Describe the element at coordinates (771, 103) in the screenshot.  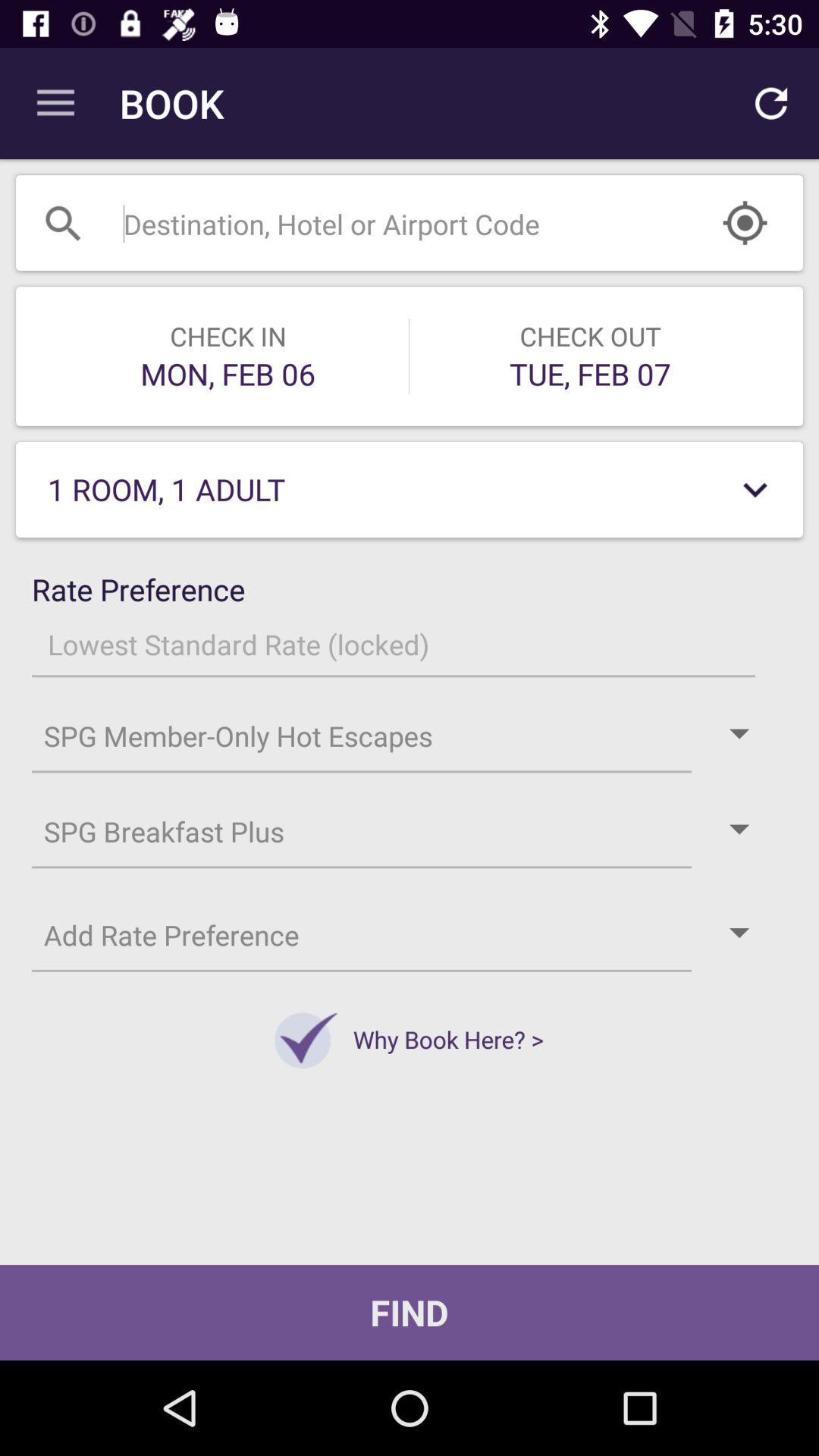
I see `reload` at that location.